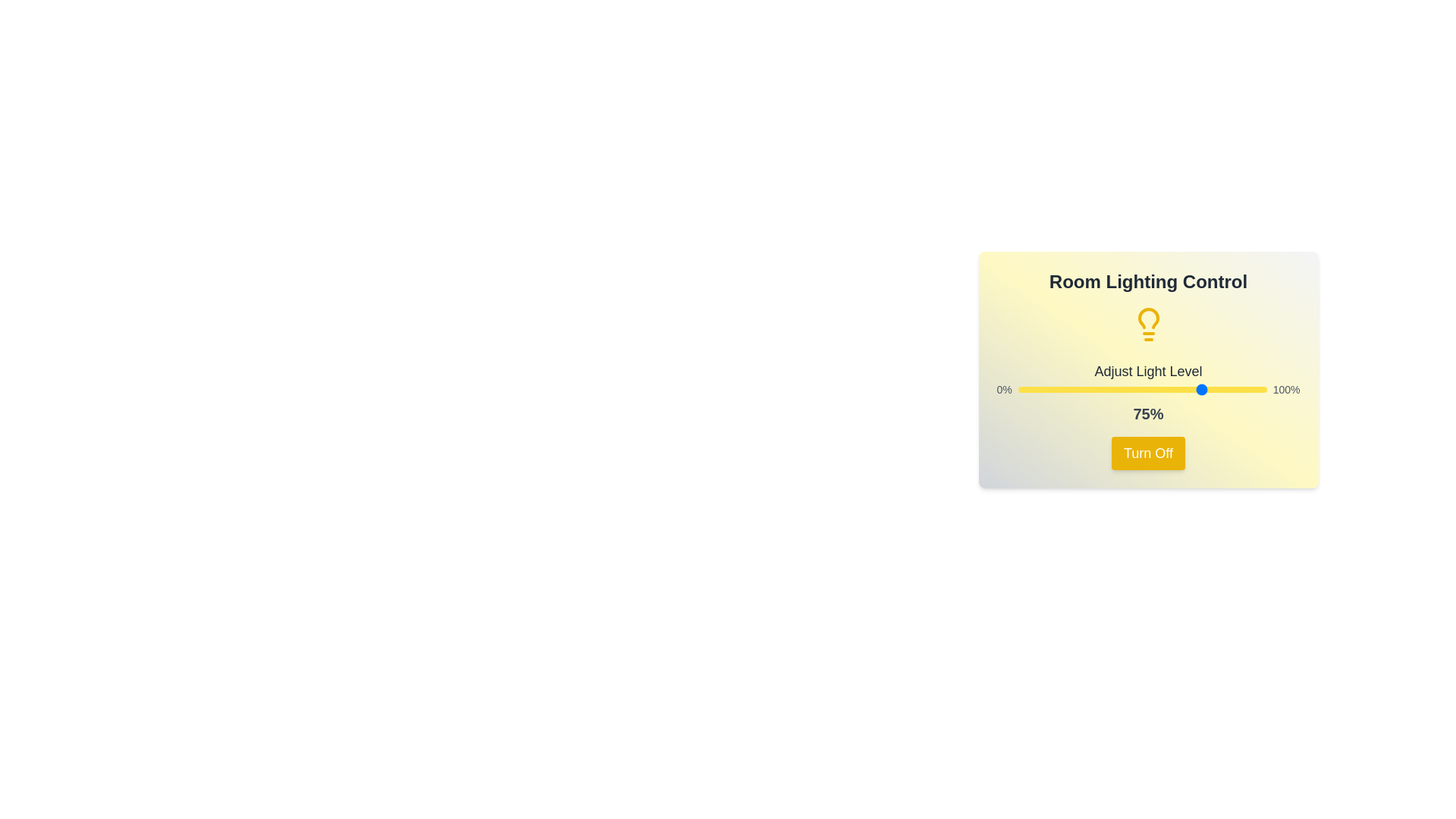 Image resolution: width=1456 pixels, height=819 pixels. I want to click on the light level to 21% by dragging the slider, so click(1069, 388).